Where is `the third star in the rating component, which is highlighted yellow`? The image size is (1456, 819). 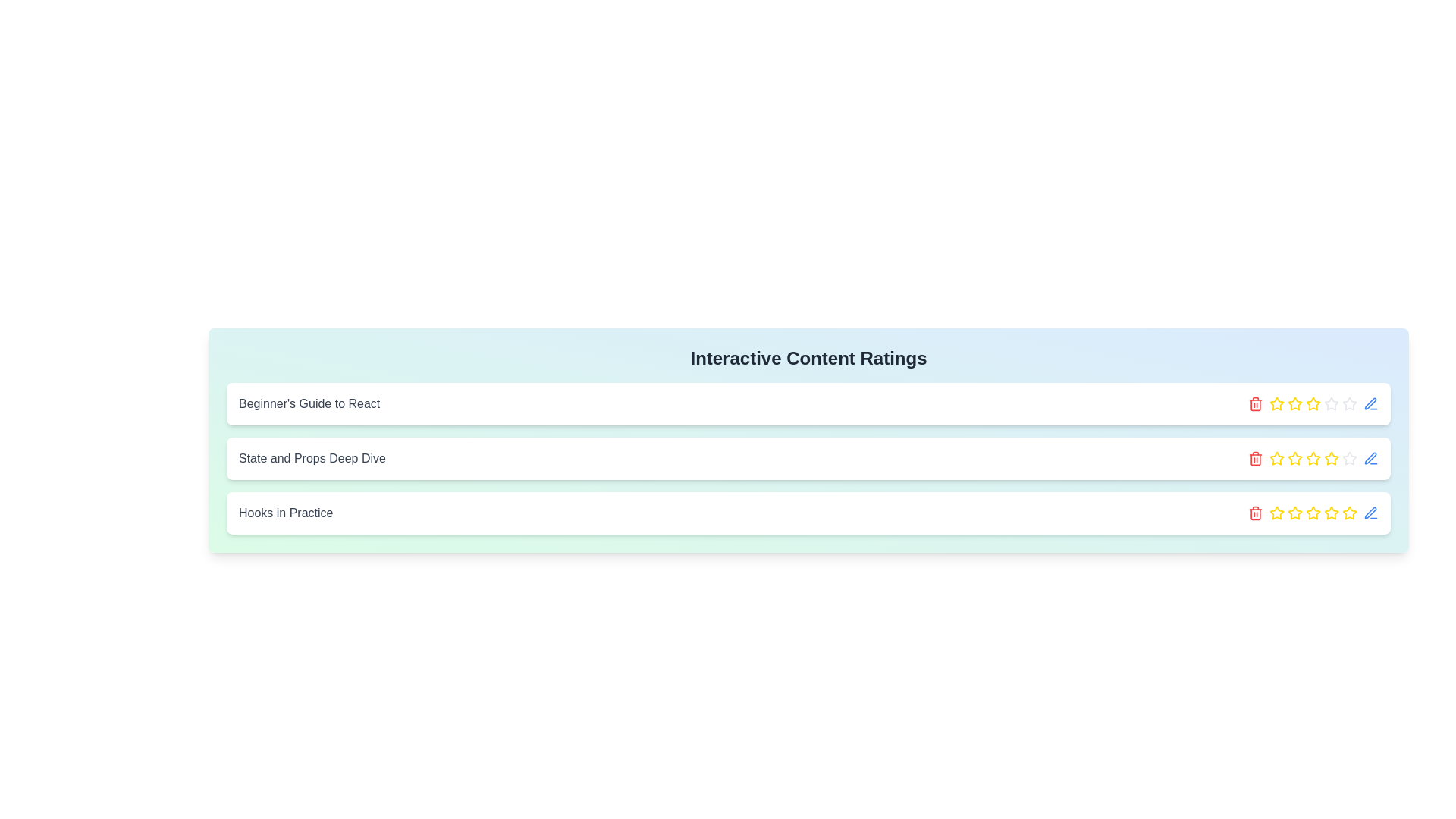
the third star in the rating component, which is highlighted yellow is located at coordinates (1313, 403).